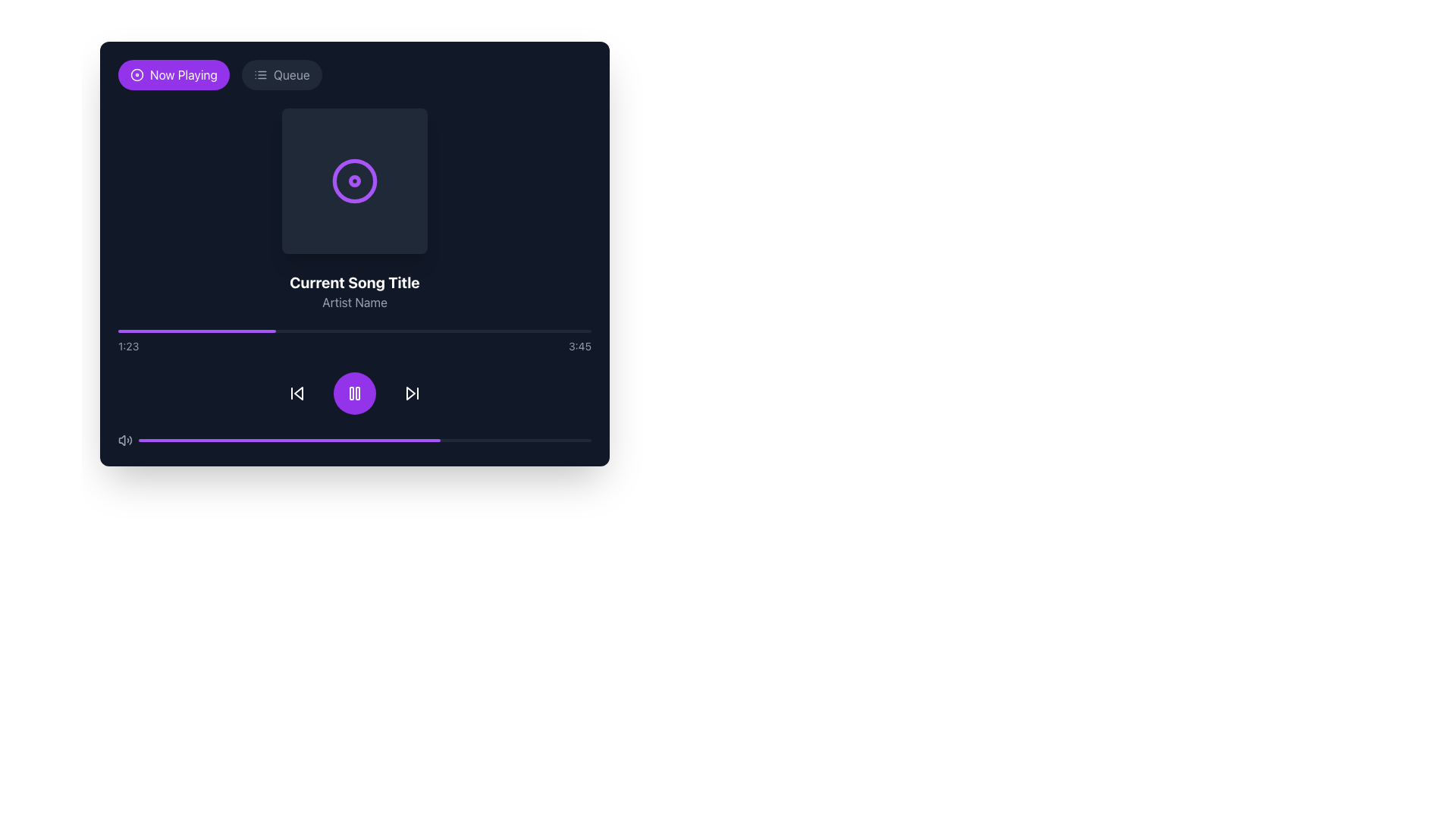  What do you see at coordinates (353, 283) in the screenshot?
I see `title of the currently playing song displayed in the text label, which is horizontally centered in the music player interface above the artist name subtitle` at bounding box center [353, 283].